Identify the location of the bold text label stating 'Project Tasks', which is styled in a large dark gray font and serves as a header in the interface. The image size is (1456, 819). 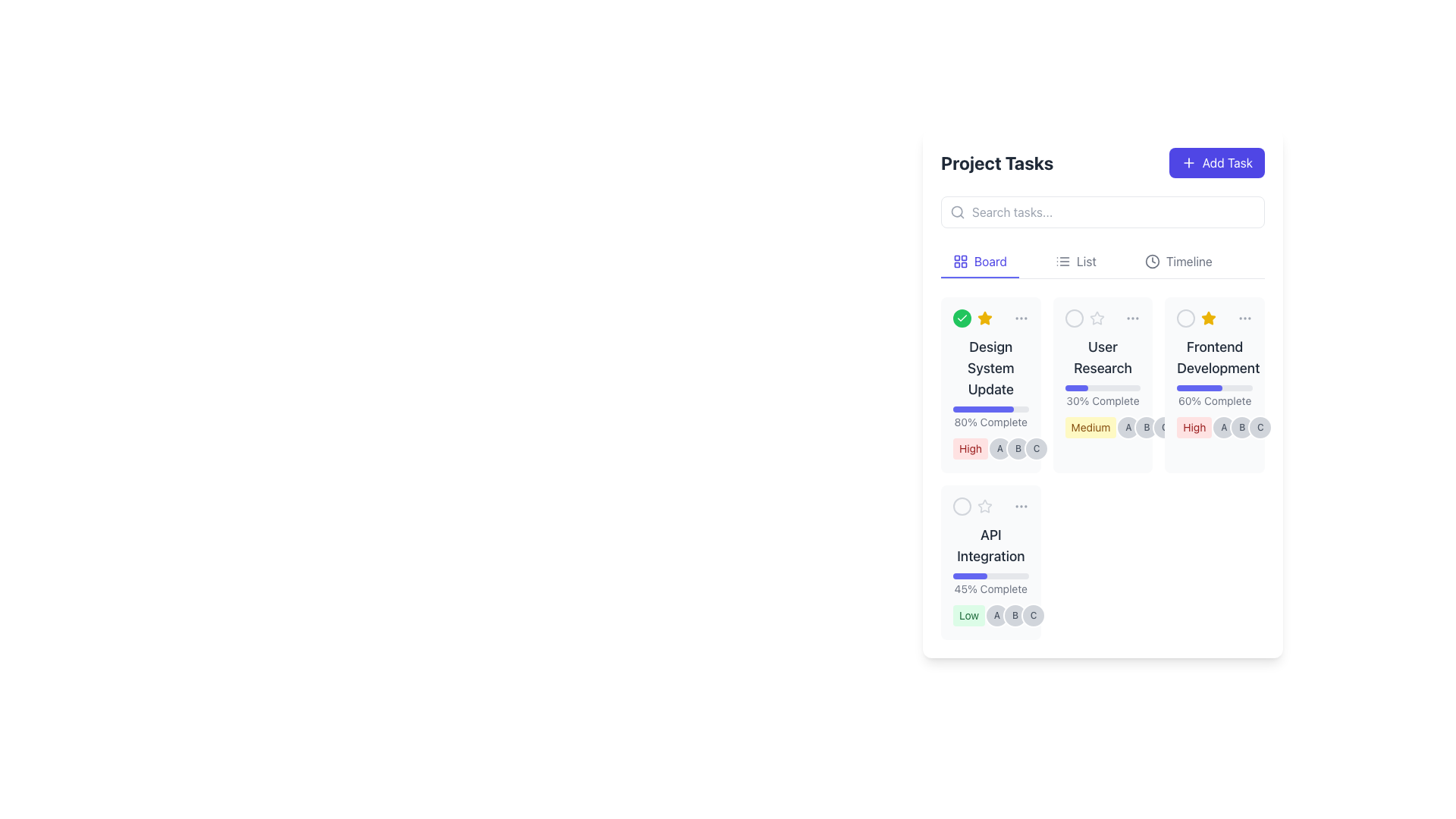
(997, 163).